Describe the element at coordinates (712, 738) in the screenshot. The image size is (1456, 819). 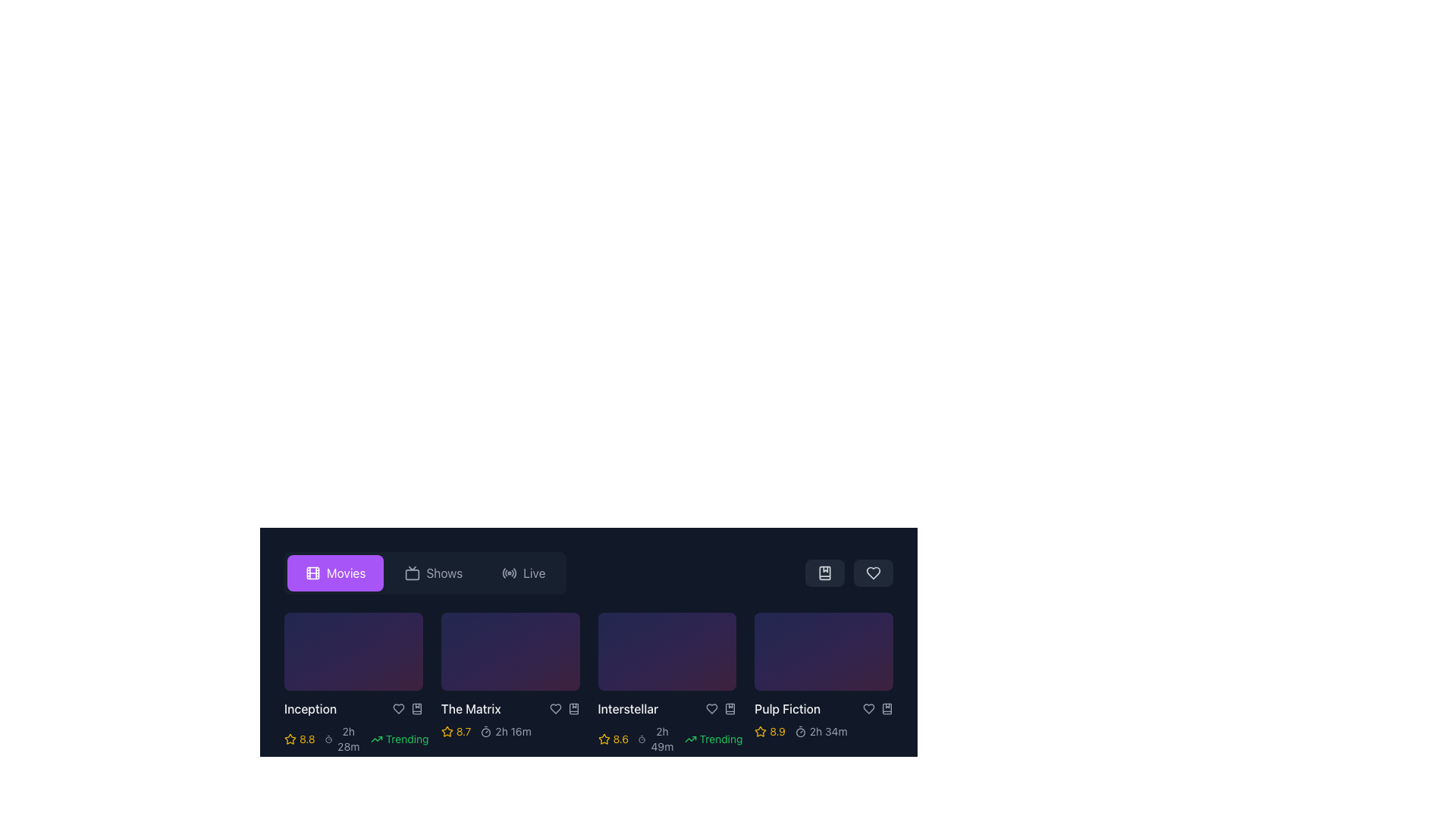
I see `the 'Trending' label element, which indicates that the associated movie is currently trending and is visually styled to draw attention as an information indicator` at that location.